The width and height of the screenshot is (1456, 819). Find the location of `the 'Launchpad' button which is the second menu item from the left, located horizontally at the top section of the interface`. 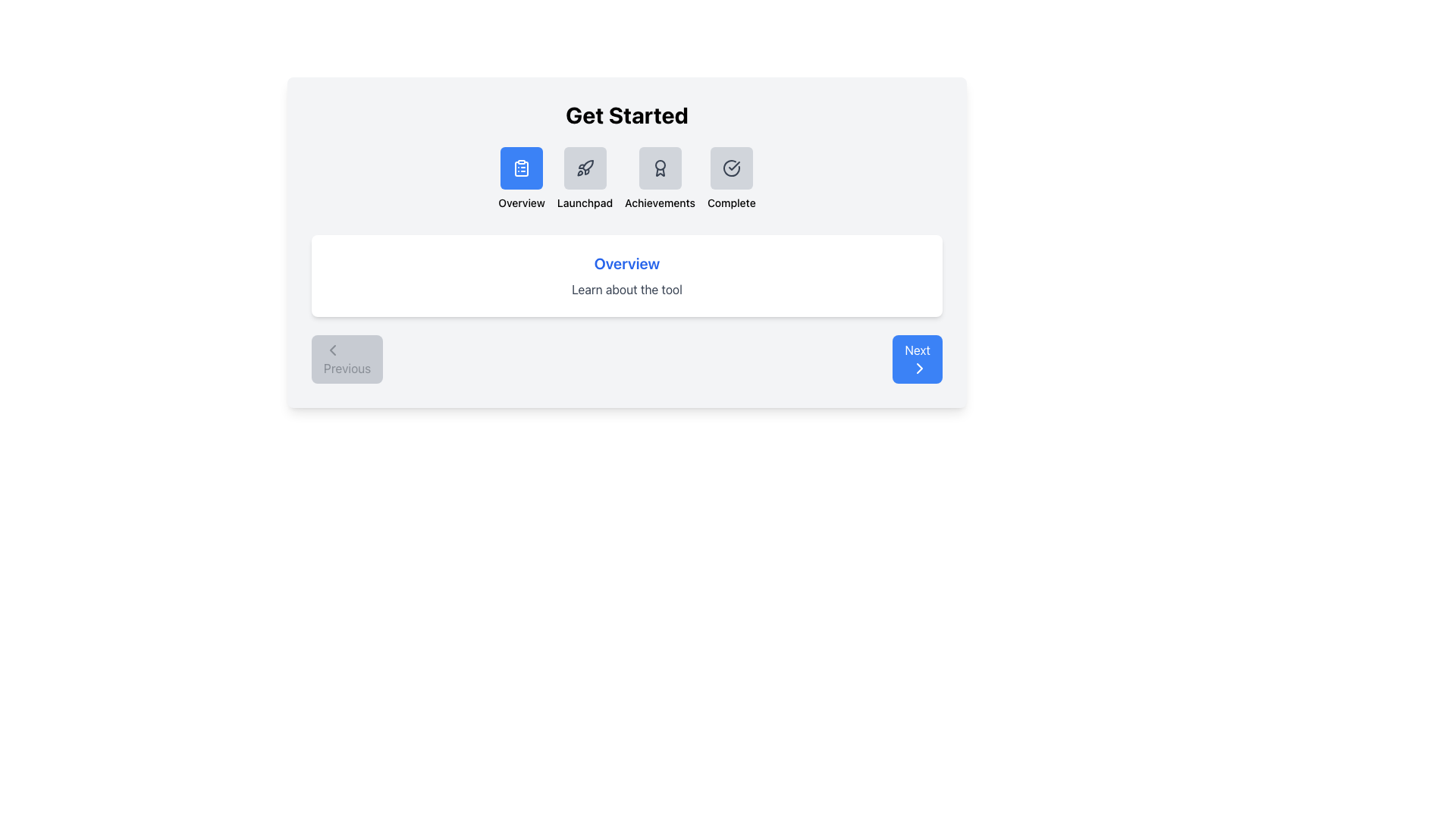

the 'Launchpad' button which is the second menu item from the left, located horizontally at the top section of the interface is located at coordinates (584, 177).